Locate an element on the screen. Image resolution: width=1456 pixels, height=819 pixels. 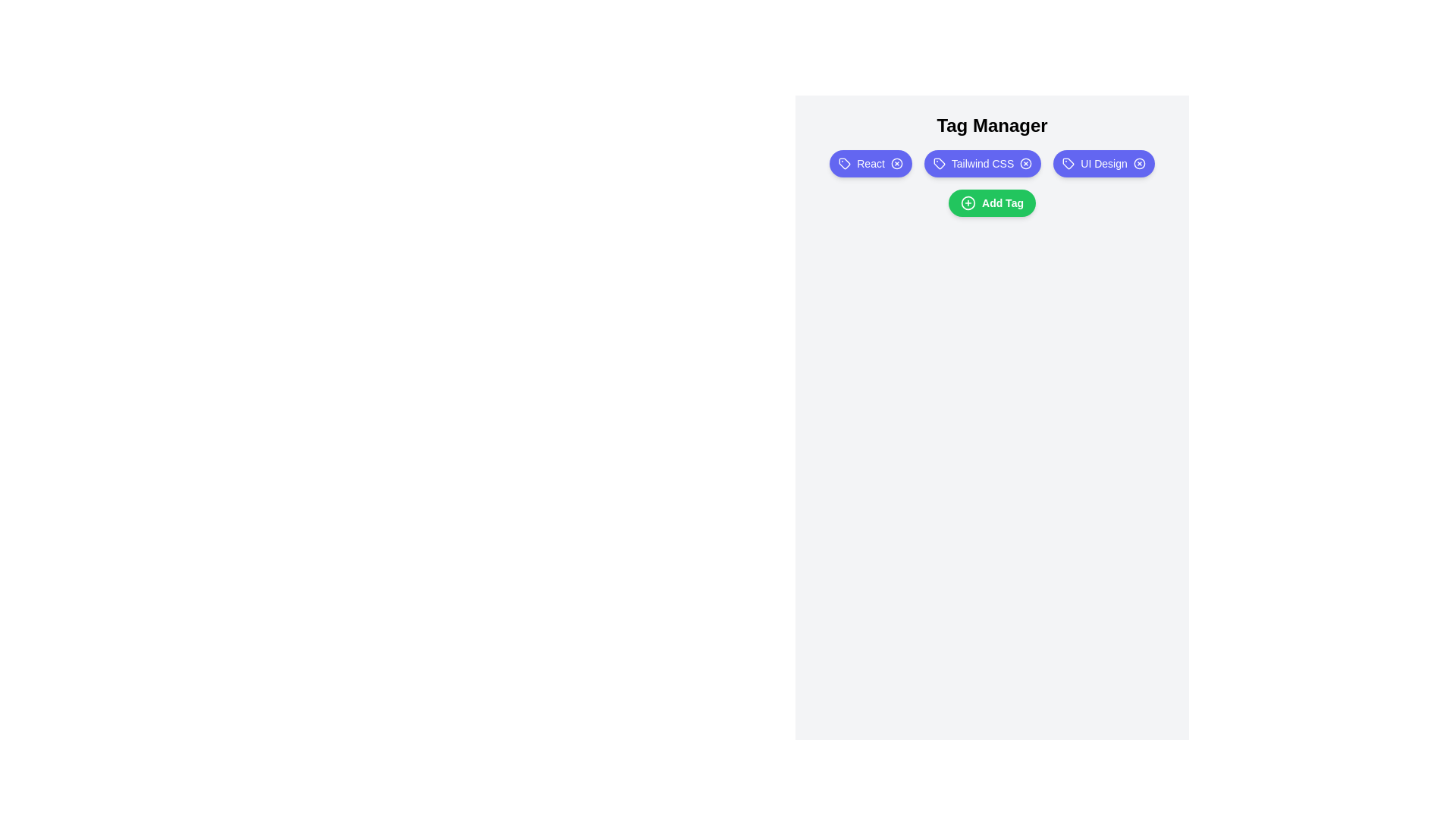
the tag labeled React by clicking its remove icon is located at coordinates (896, 164).